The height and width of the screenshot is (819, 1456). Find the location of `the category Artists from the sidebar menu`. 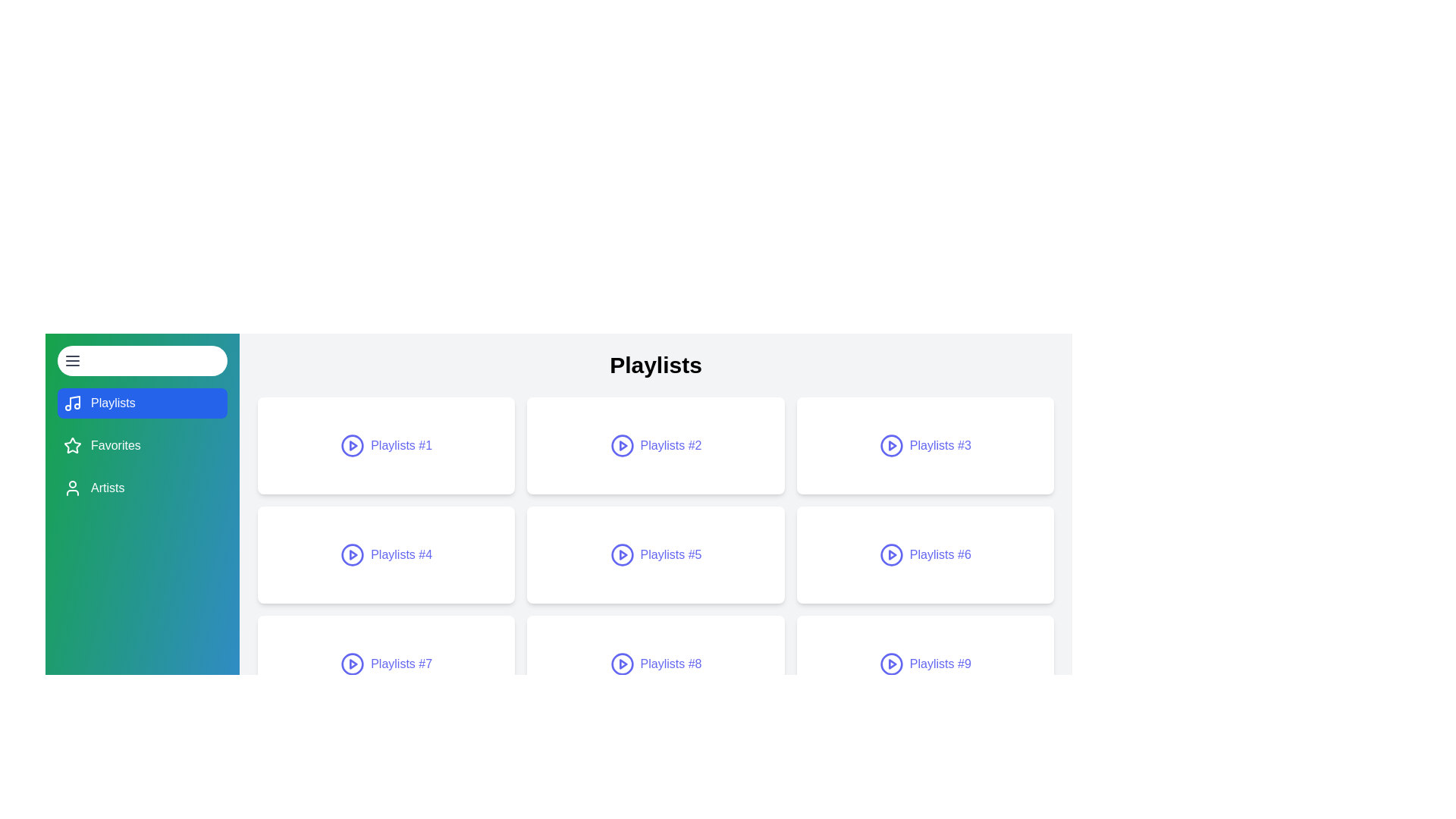

the category Artists from the sidebar menu is located at coordinates (142, 488).